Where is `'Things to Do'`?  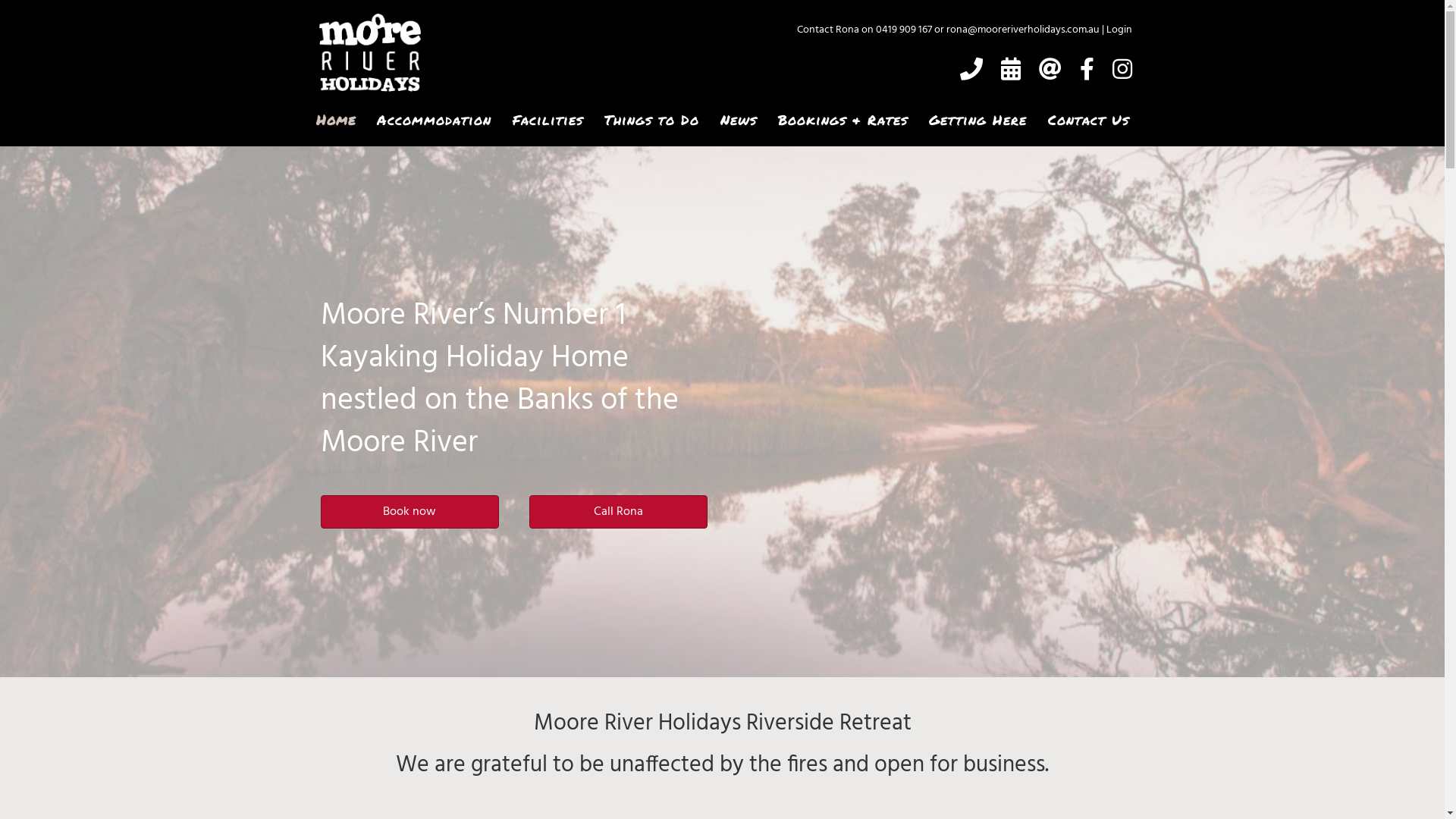 'Things to Do' is located at coordinates (651, 119).